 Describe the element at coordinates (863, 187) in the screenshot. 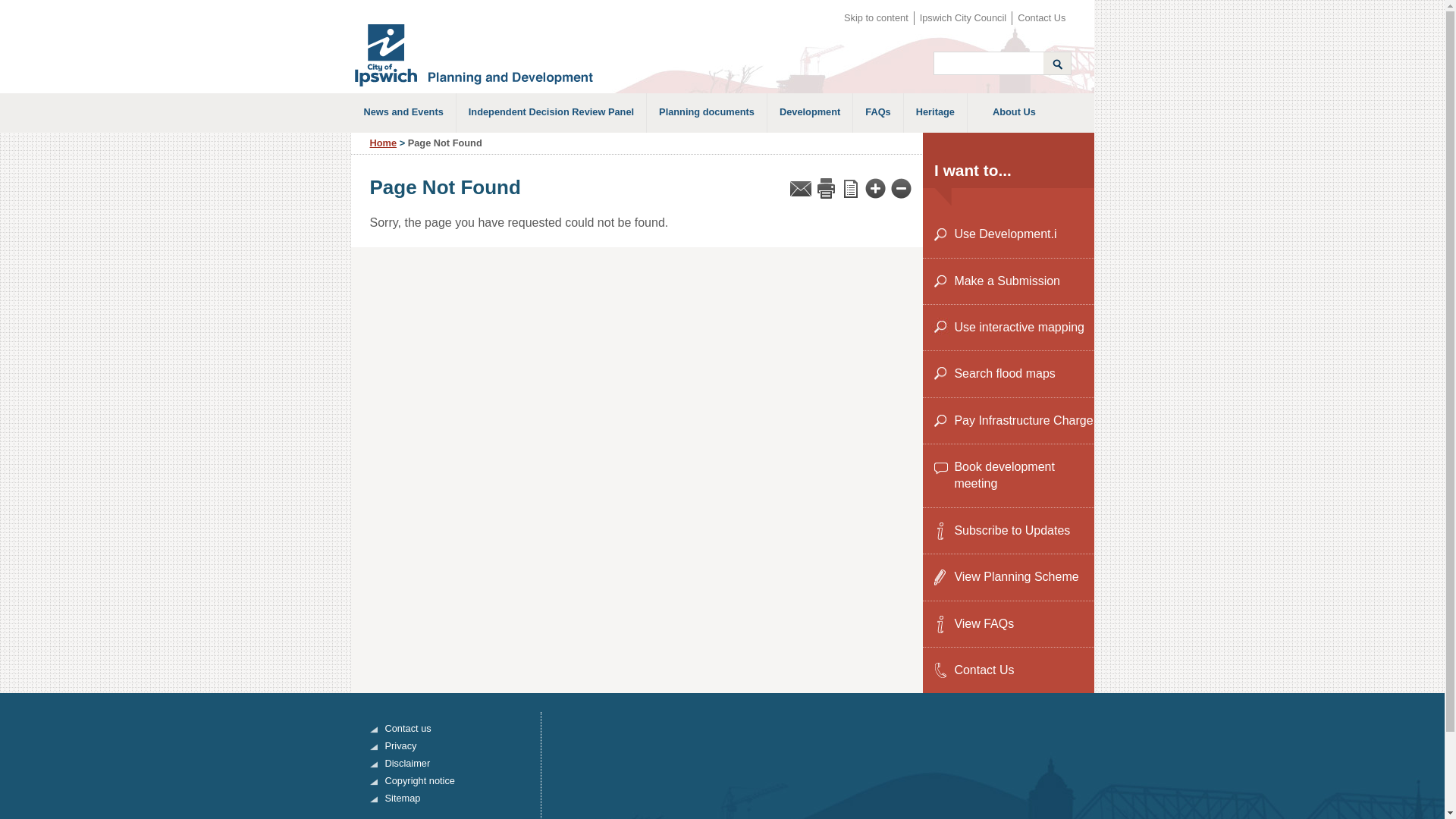

I see `'Increase font size'` at that location.